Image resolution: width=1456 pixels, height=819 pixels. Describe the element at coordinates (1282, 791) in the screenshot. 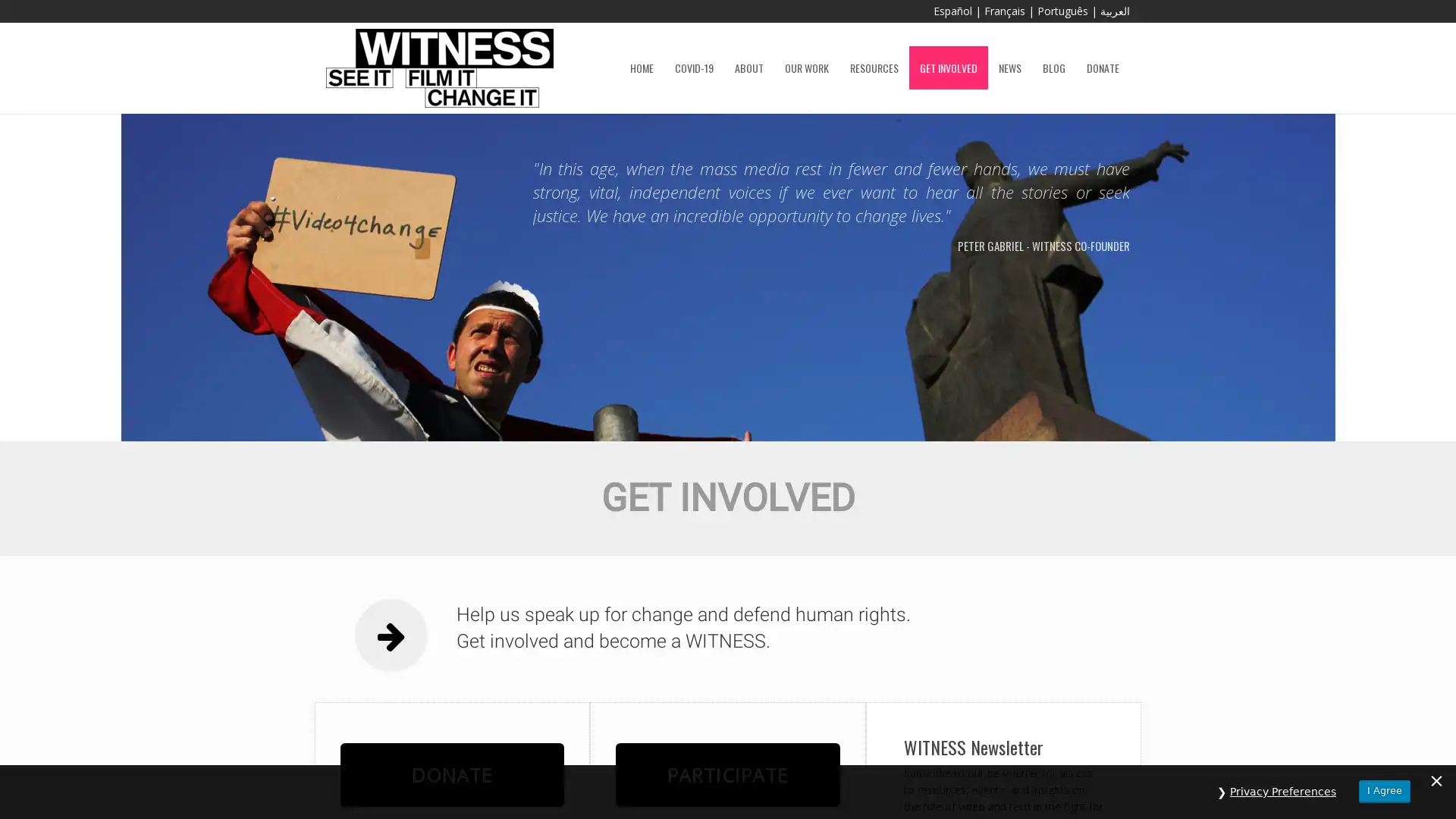

I see `Privacy Preferences` at that location.